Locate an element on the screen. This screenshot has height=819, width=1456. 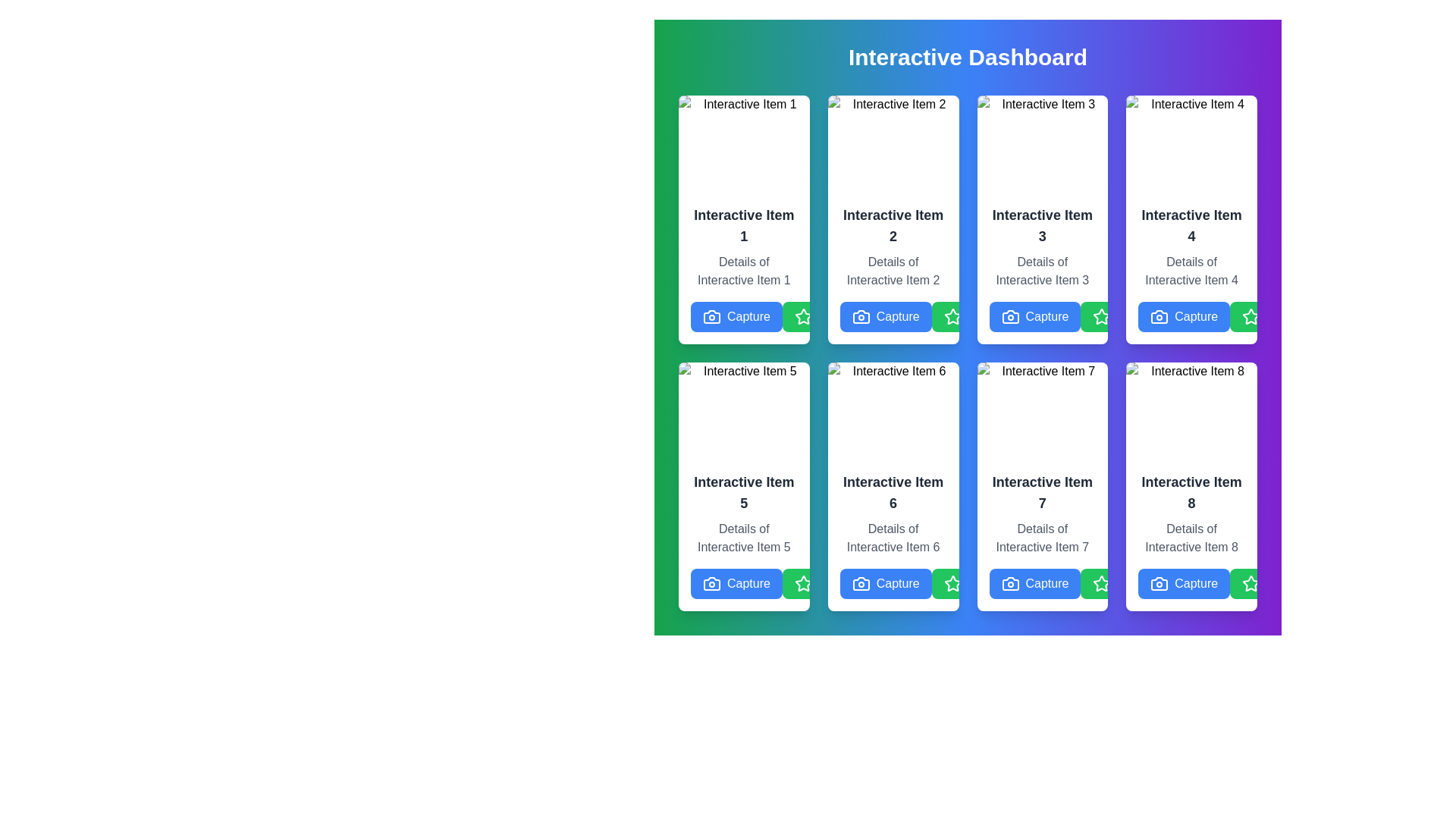
the star-shaped interactive icon located at the bottom-right corner of 'Interactive Item 5' to mark or unmark the item as favorite is located at coordinates (802, 582).